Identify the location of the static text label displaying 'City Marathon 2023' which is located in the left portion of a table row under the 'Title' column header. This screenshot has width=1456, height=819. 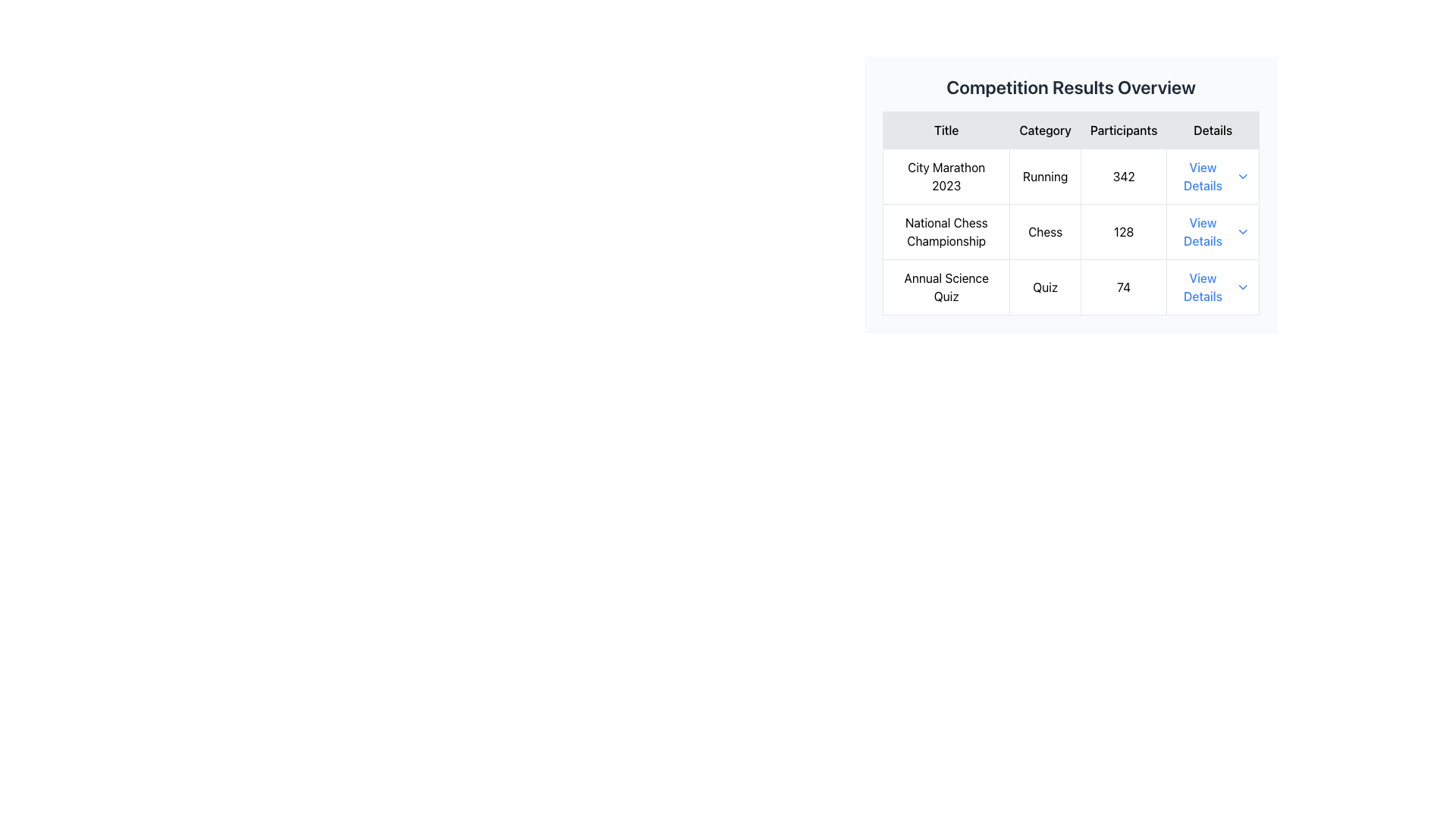
(946, 175).